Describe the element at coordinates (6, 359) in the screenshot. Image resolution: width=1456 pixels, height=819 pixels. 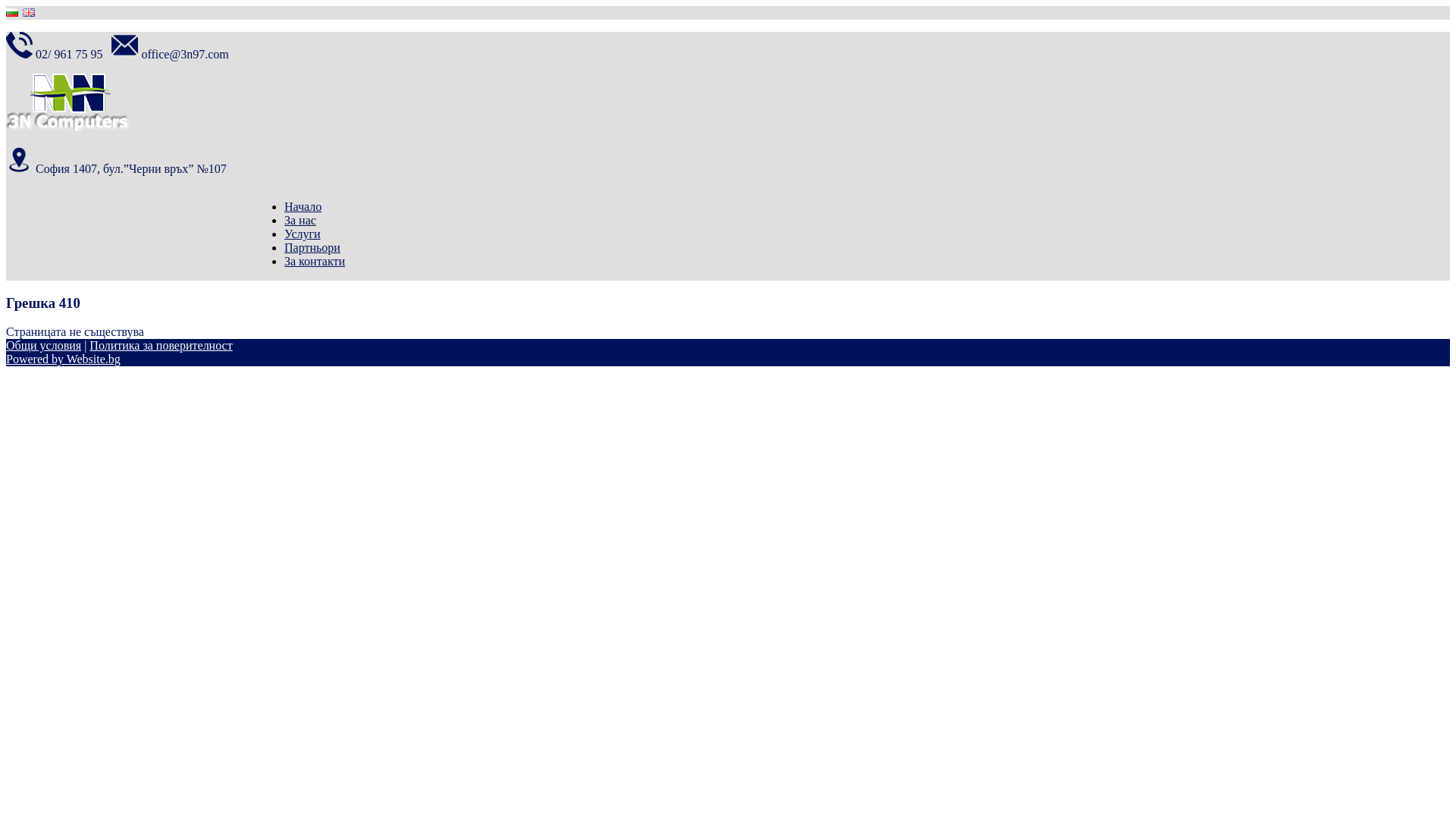
I see `'Powered by Website.bg'` at that location.